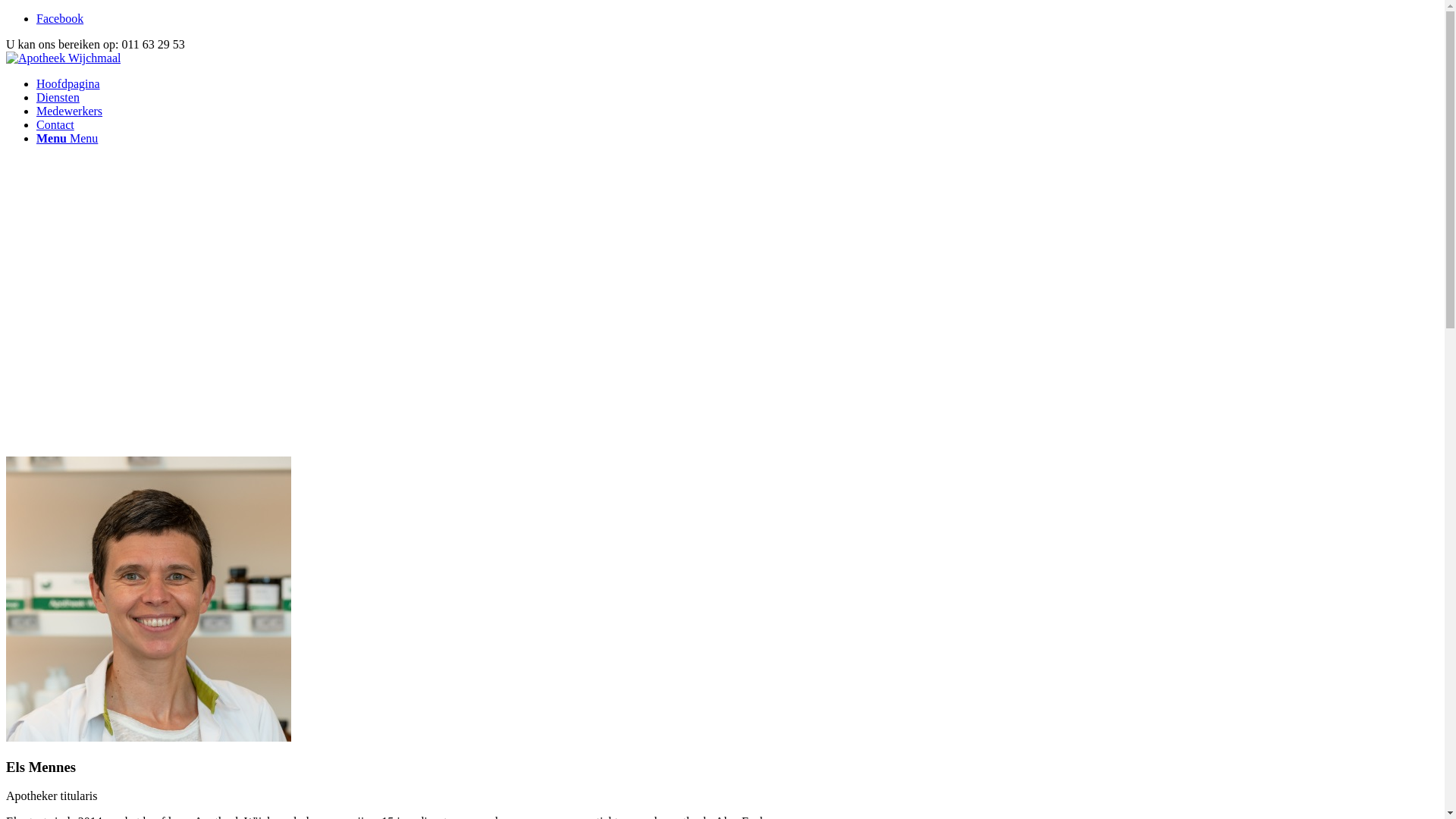  I want to click on 'Medewerkers', so click(68, 110).